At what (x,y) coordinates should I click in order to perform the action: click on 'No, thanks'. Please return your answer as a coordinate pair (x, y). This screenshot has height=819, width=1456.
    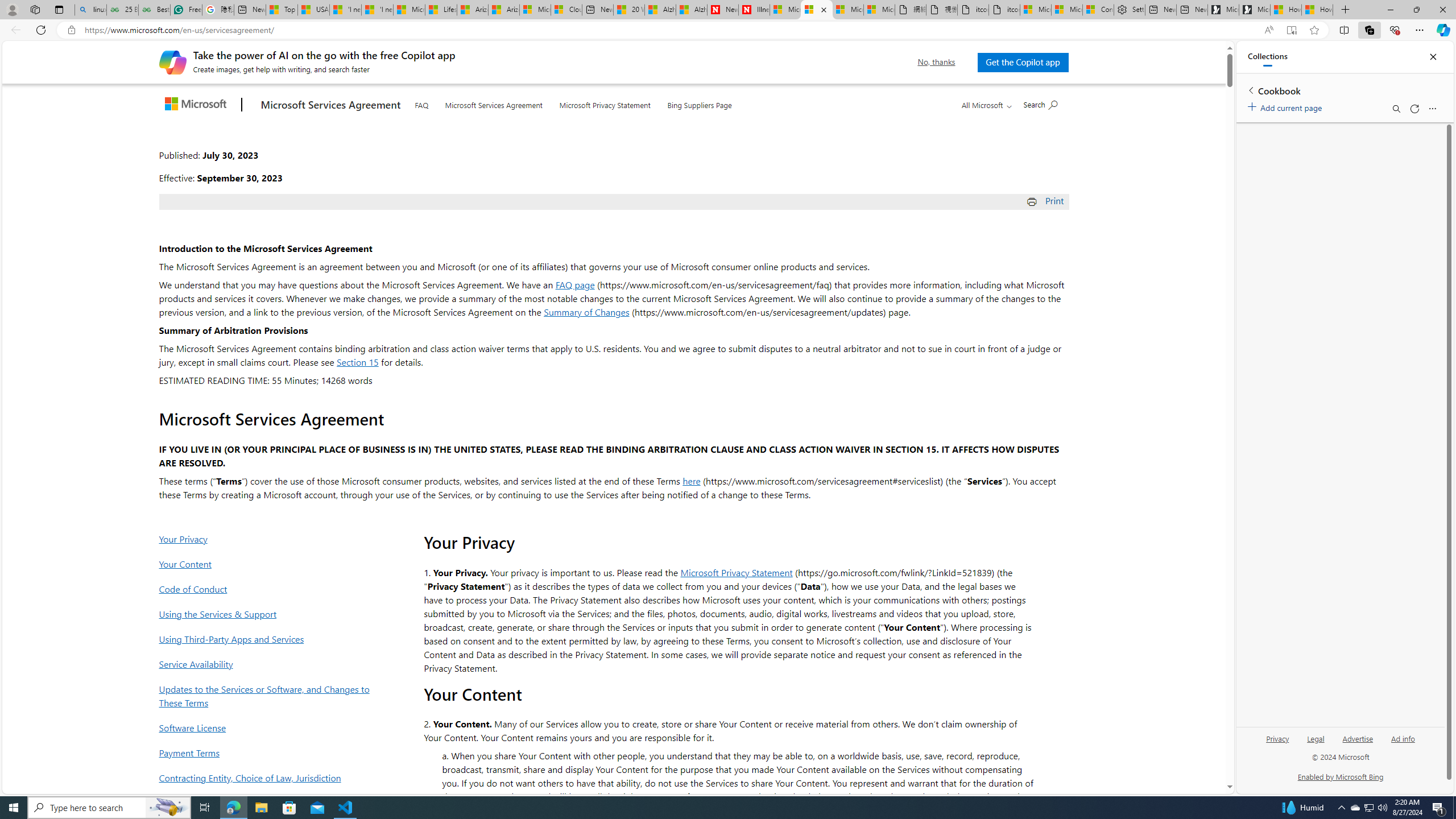
    Looking at the image, I should click on (936, 61).